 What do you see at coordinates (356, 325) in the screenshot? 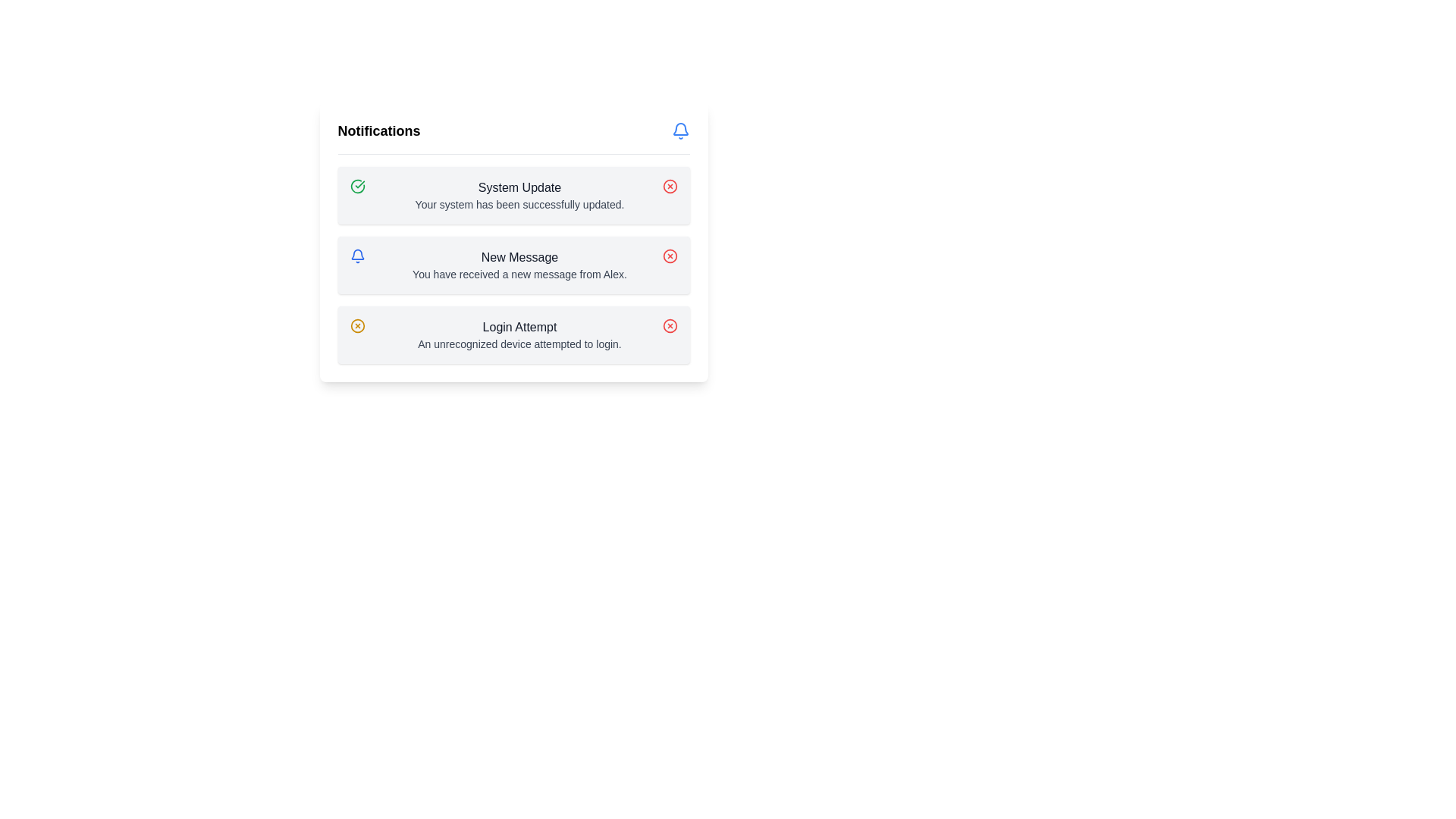
I see `the circular icon with a stylized 'X' mark, which has a yellow outline and is located adjacent to the text 'Login Attempt' in the third notification card` at bounding box center [356, 325].